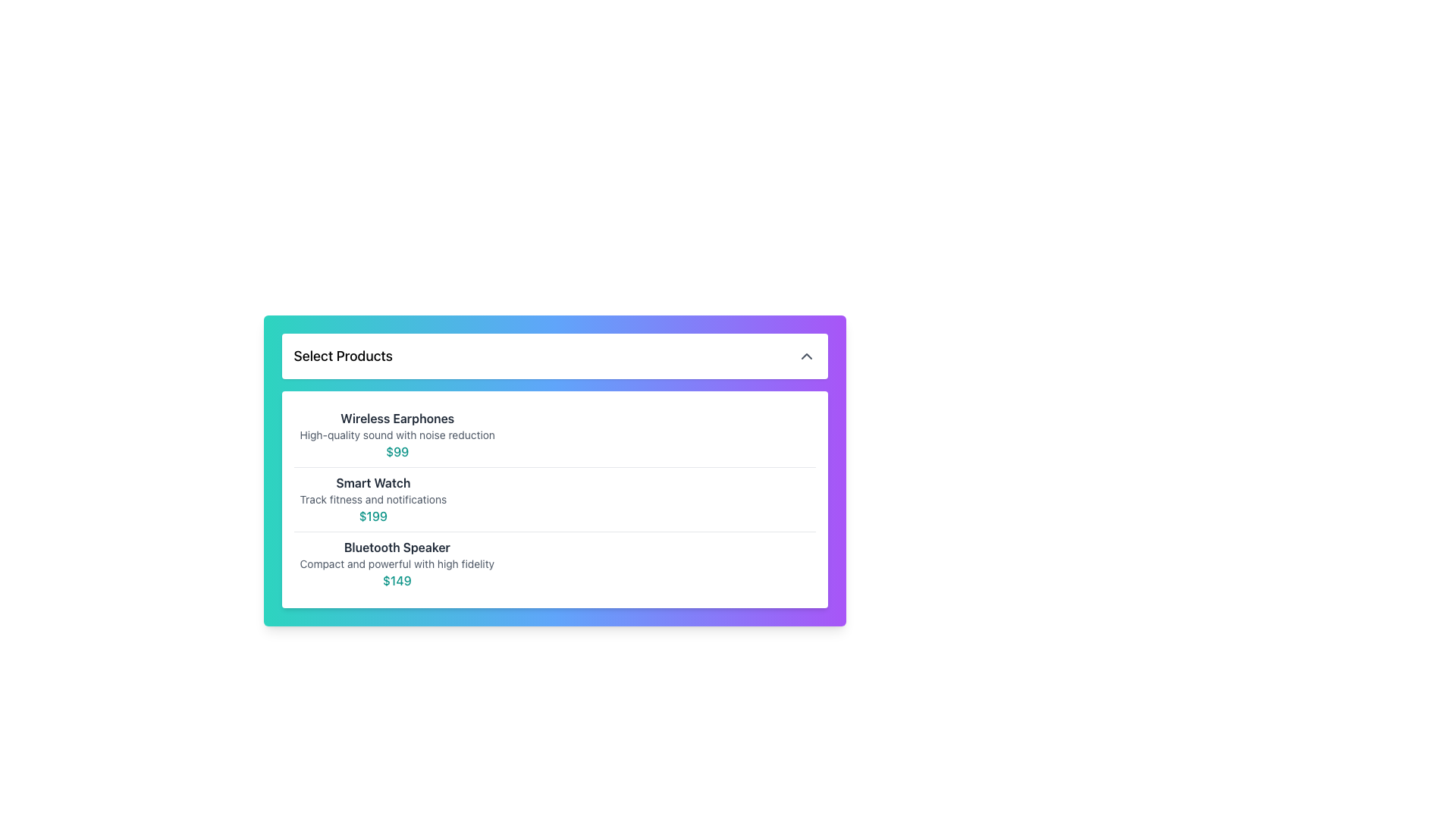 The width and height of the screenshot is (1456, 819). I want to click on the text label displaying 'Wireless Earphones', which is styled prominently in bold dark gray, located at the top of the 'Select Products' section, so click(397, 418).